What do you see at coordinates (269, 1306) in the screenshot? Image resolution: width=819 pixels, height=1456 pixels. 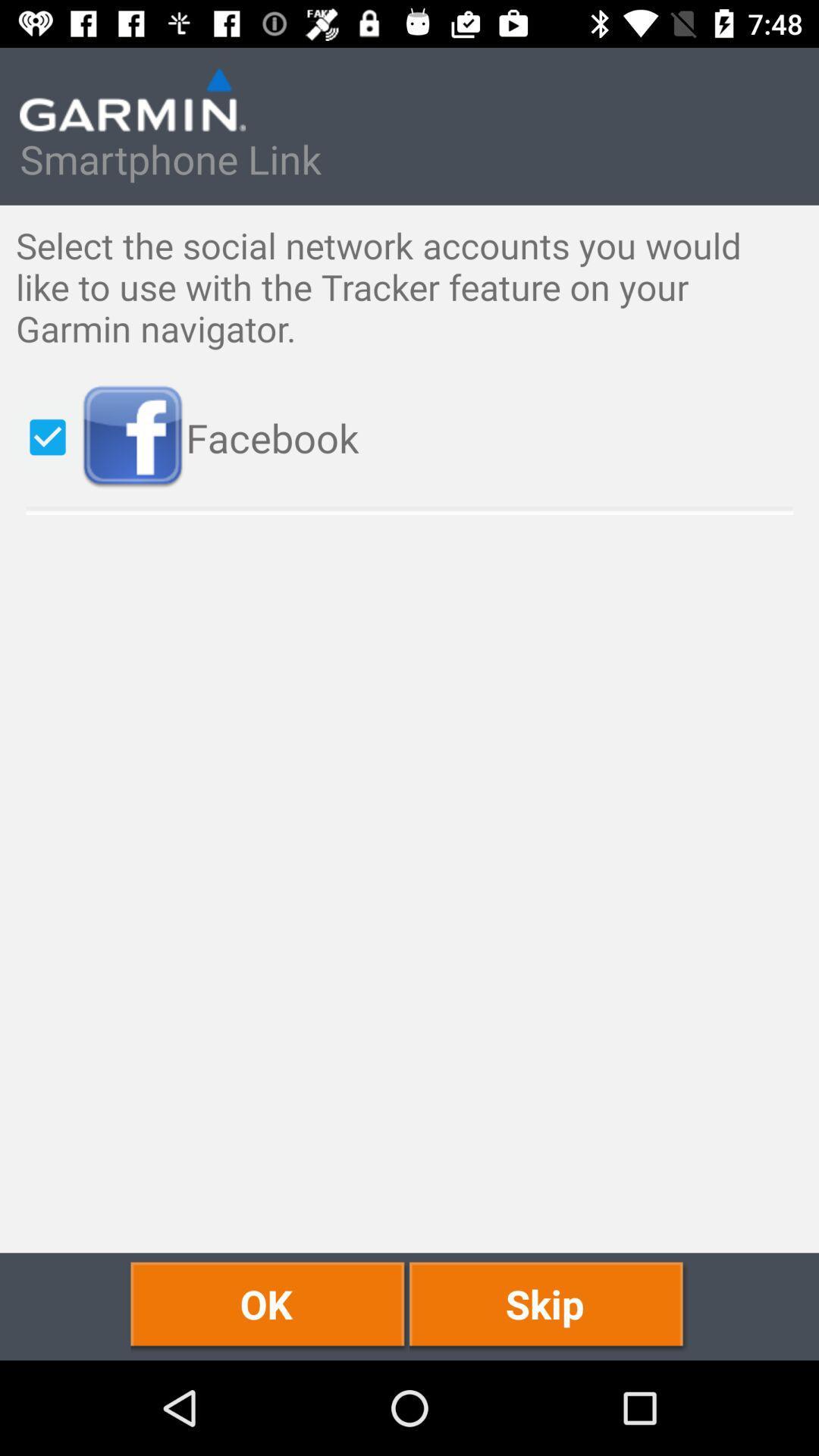 I see `ok` at bounding box center [269, 1306].